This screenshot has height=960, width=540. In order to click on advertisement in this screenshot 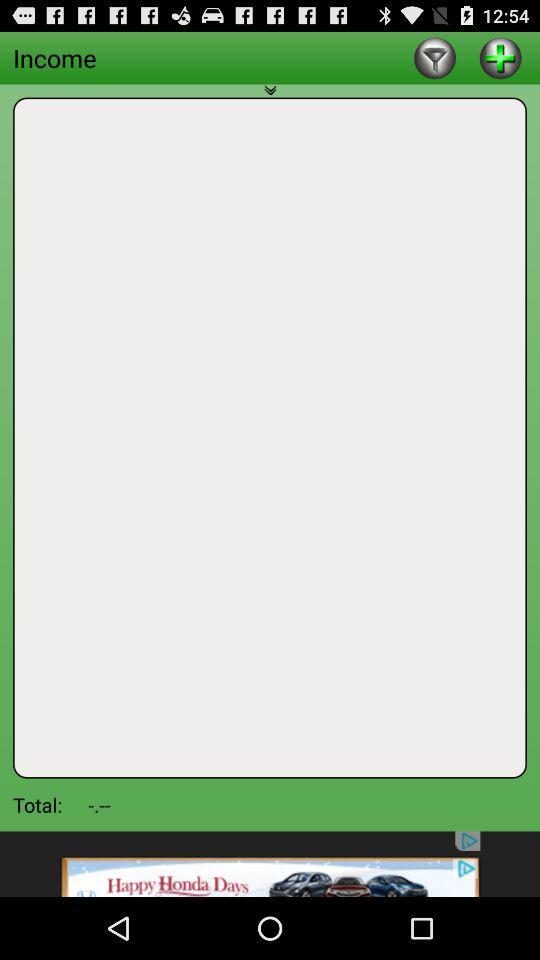, I will do `click(270, 863)`.